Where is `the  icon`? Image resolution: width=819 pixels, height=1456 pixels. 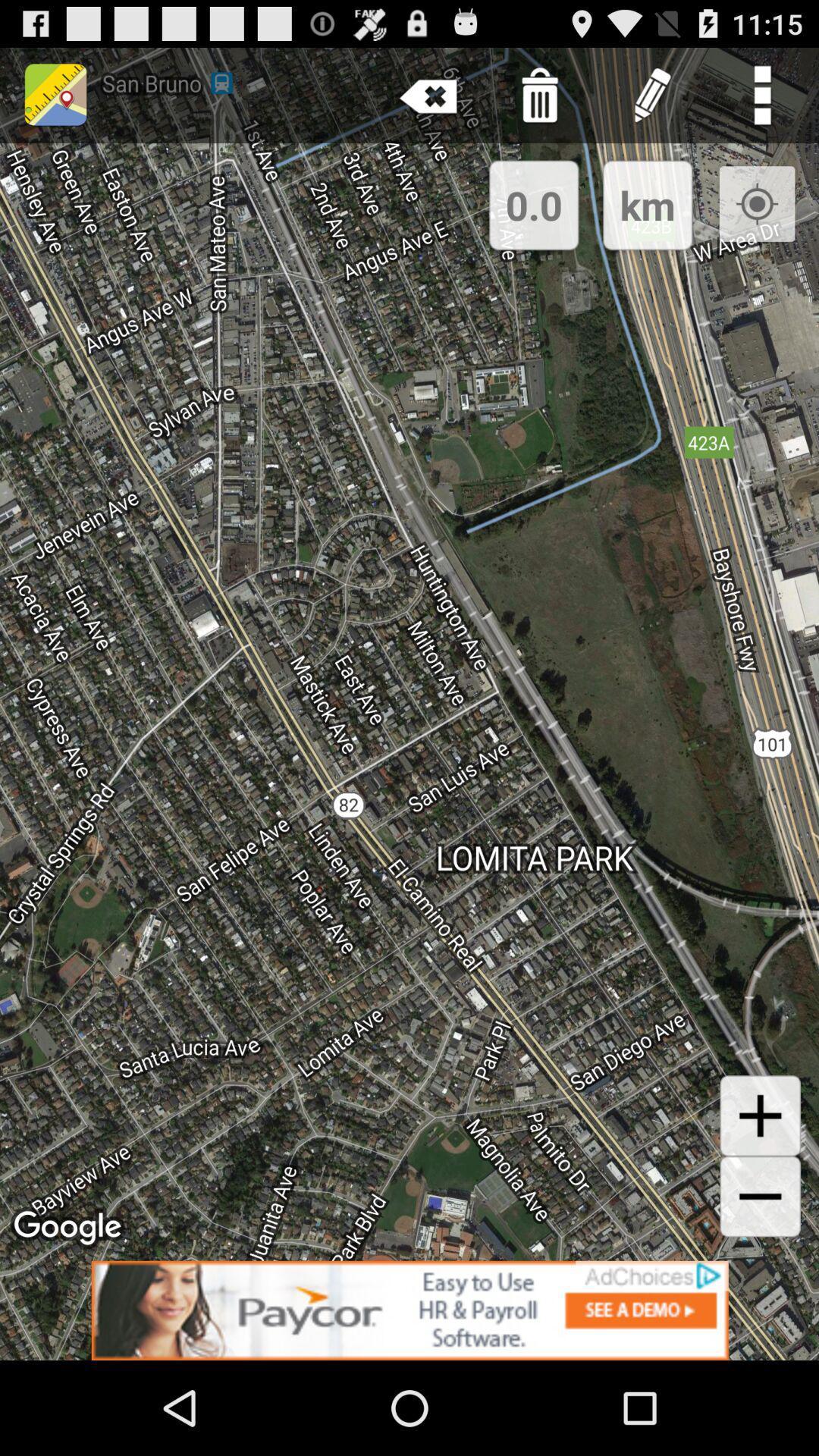 the  icon is located at coordinates (760, 1116).